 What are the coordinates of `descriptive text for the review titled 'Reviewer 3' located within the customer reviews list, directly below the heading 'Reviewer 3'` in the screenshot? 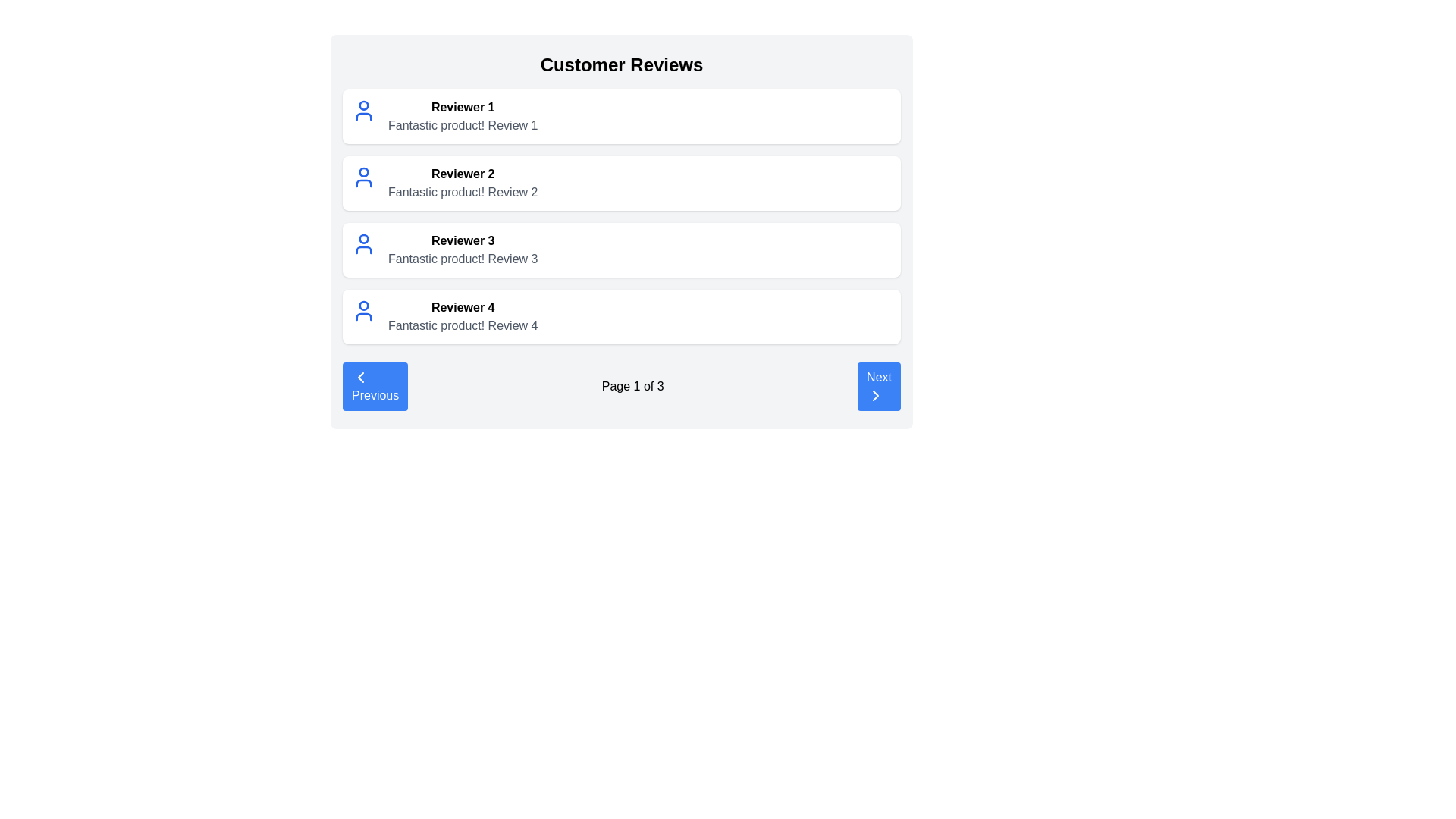 It's located at (462, 259).